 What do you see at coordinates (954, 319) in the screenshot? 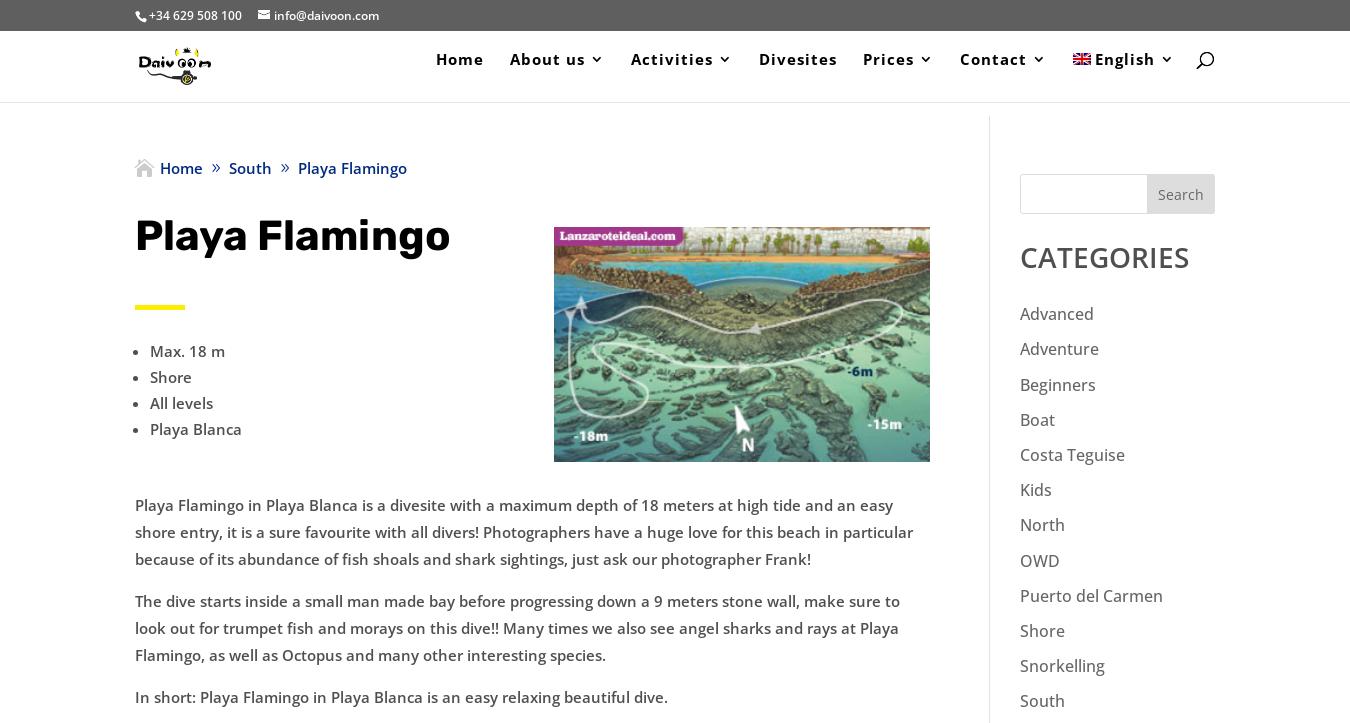
I see `'Sidemount'` at bounding box center [954, 319].